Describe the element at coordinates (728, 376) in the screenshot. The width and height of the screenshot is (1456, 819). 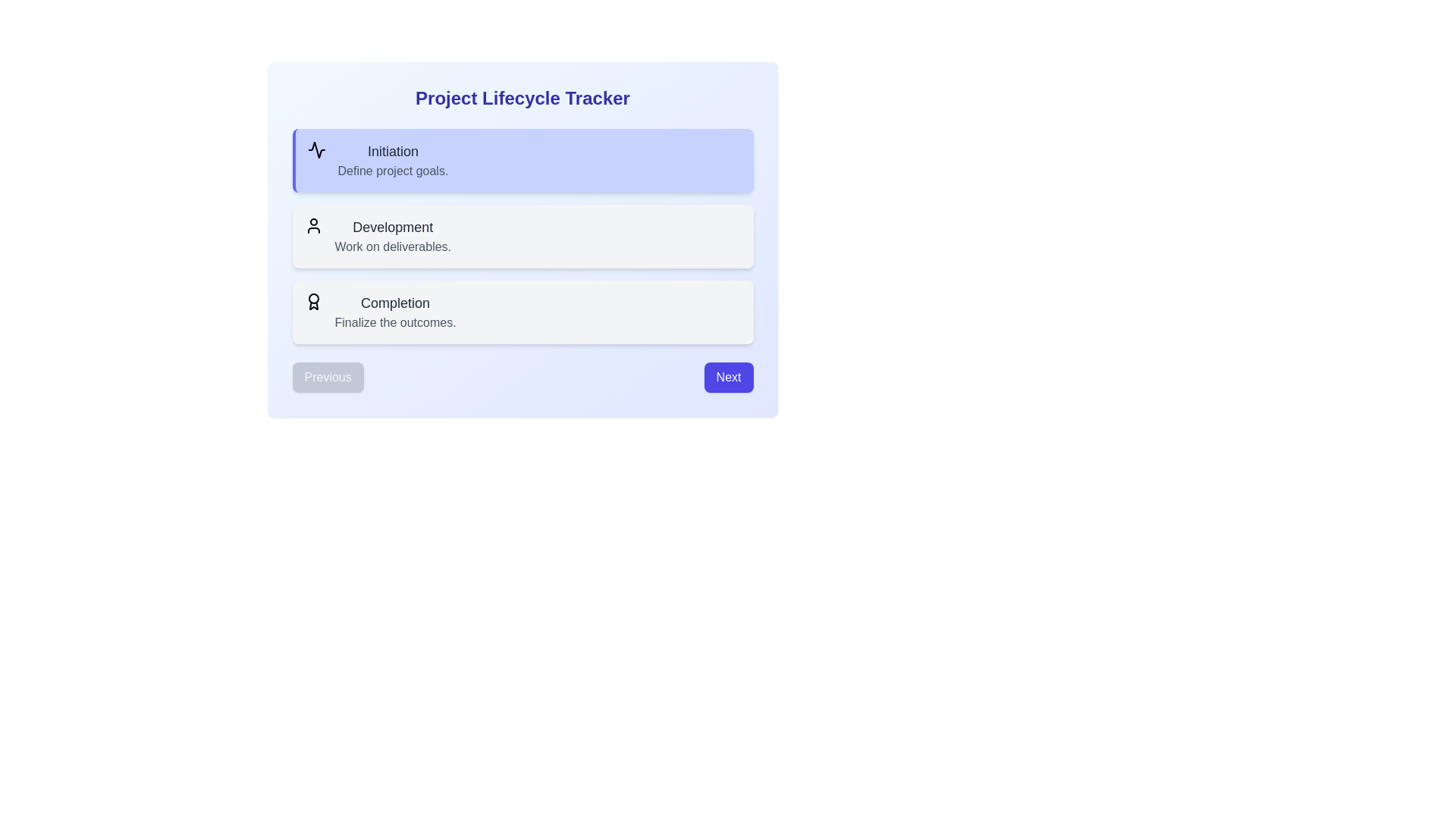
I see `the 'Next' button, which is a rectangular button with rounded corners, deep indigo background, and white text, located at the bottom right corner of the interface` at that location.